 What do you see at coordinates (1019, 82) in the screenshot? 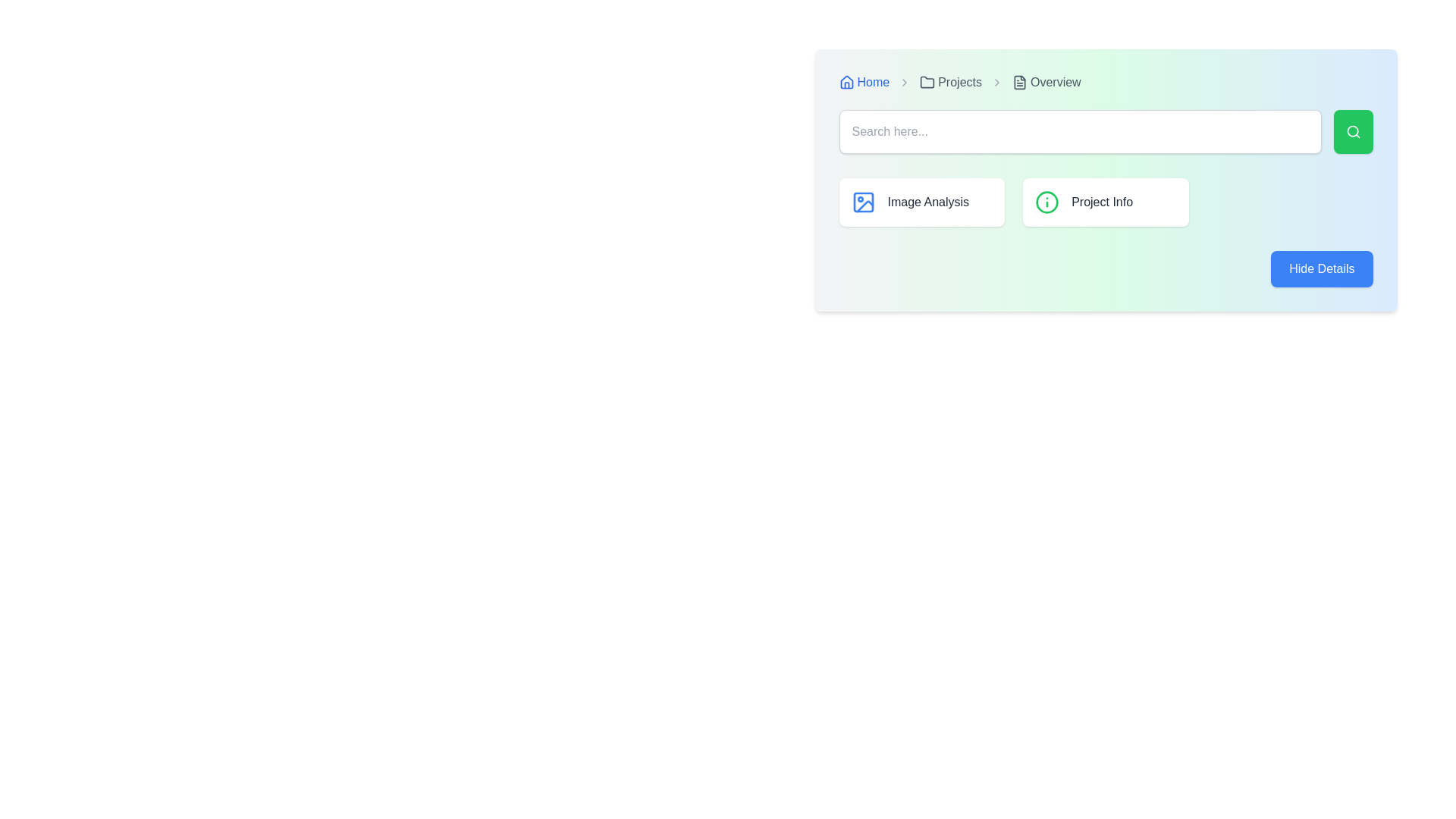
I see `the breadcrumb navigation icon located to the left of the 'Overview' label` at bounding box center [1019, 82].